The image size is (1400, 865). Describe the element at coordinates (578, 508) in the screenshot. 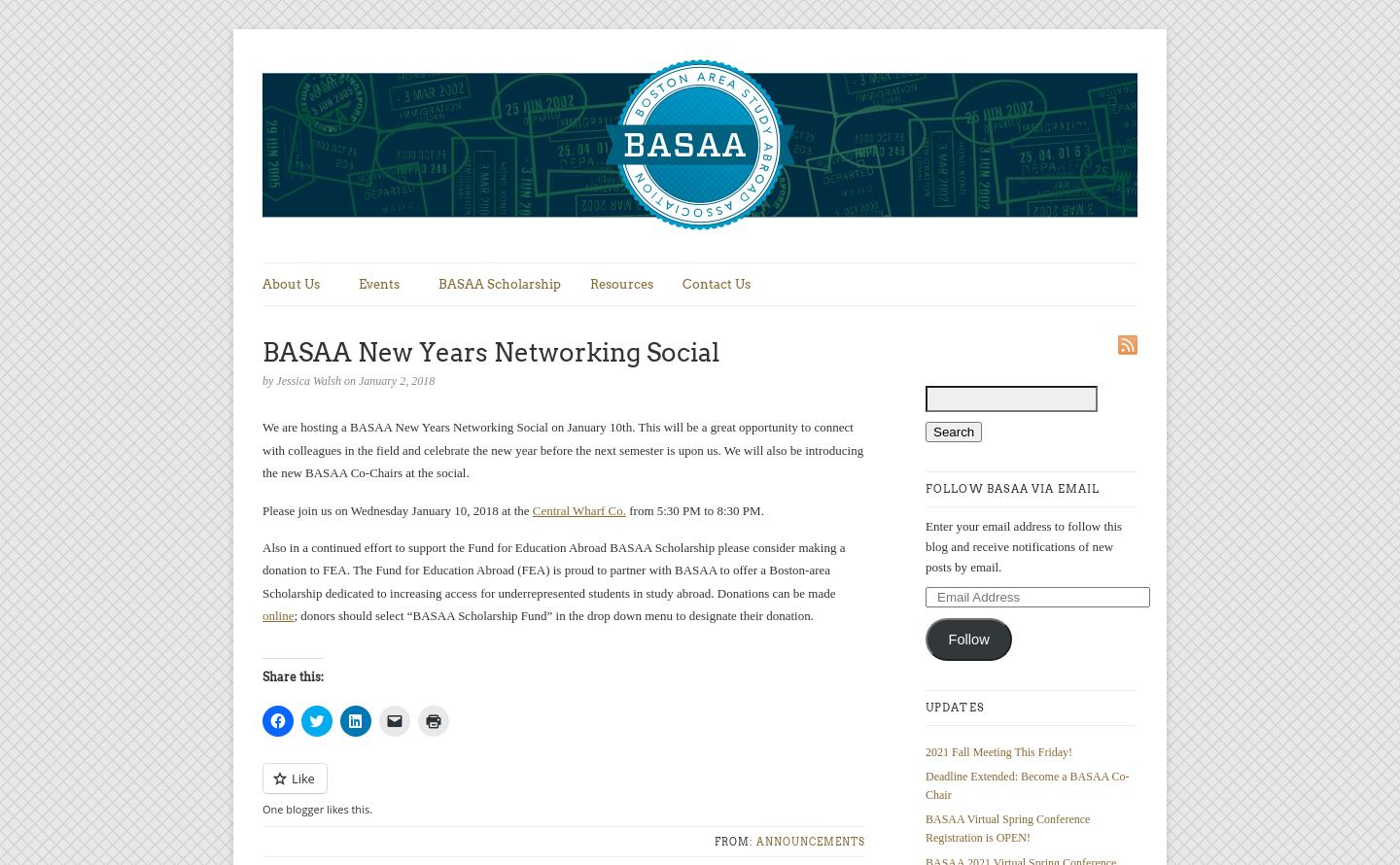

I see `'Central Wharf​ Co.'` at that location.